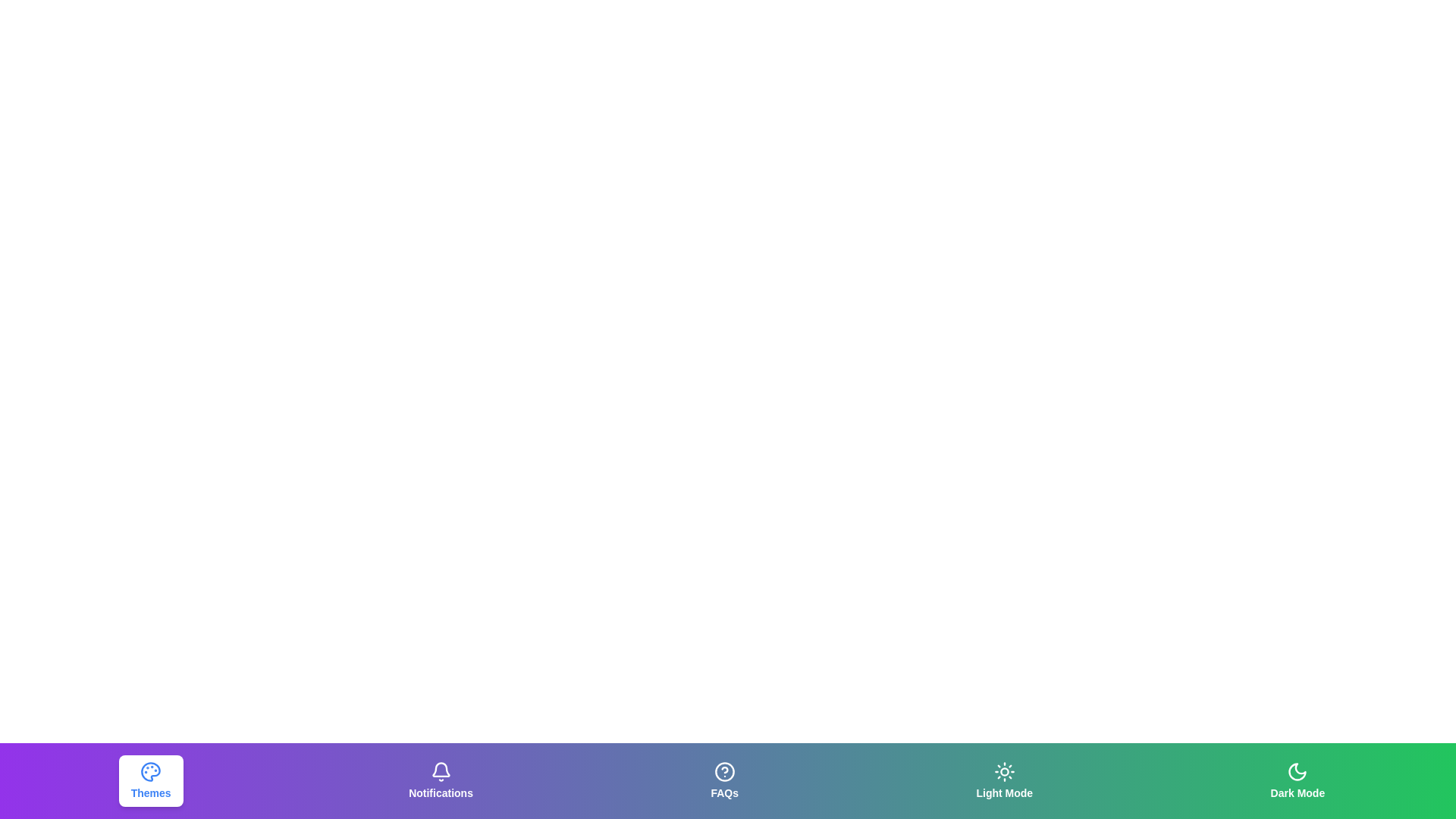 This screenshot has width=1456, height=819. Describe the element at coordinates (1296, 780) in the screenshot. I see `the Dark Mode tab to observe its hover effect` at that location.